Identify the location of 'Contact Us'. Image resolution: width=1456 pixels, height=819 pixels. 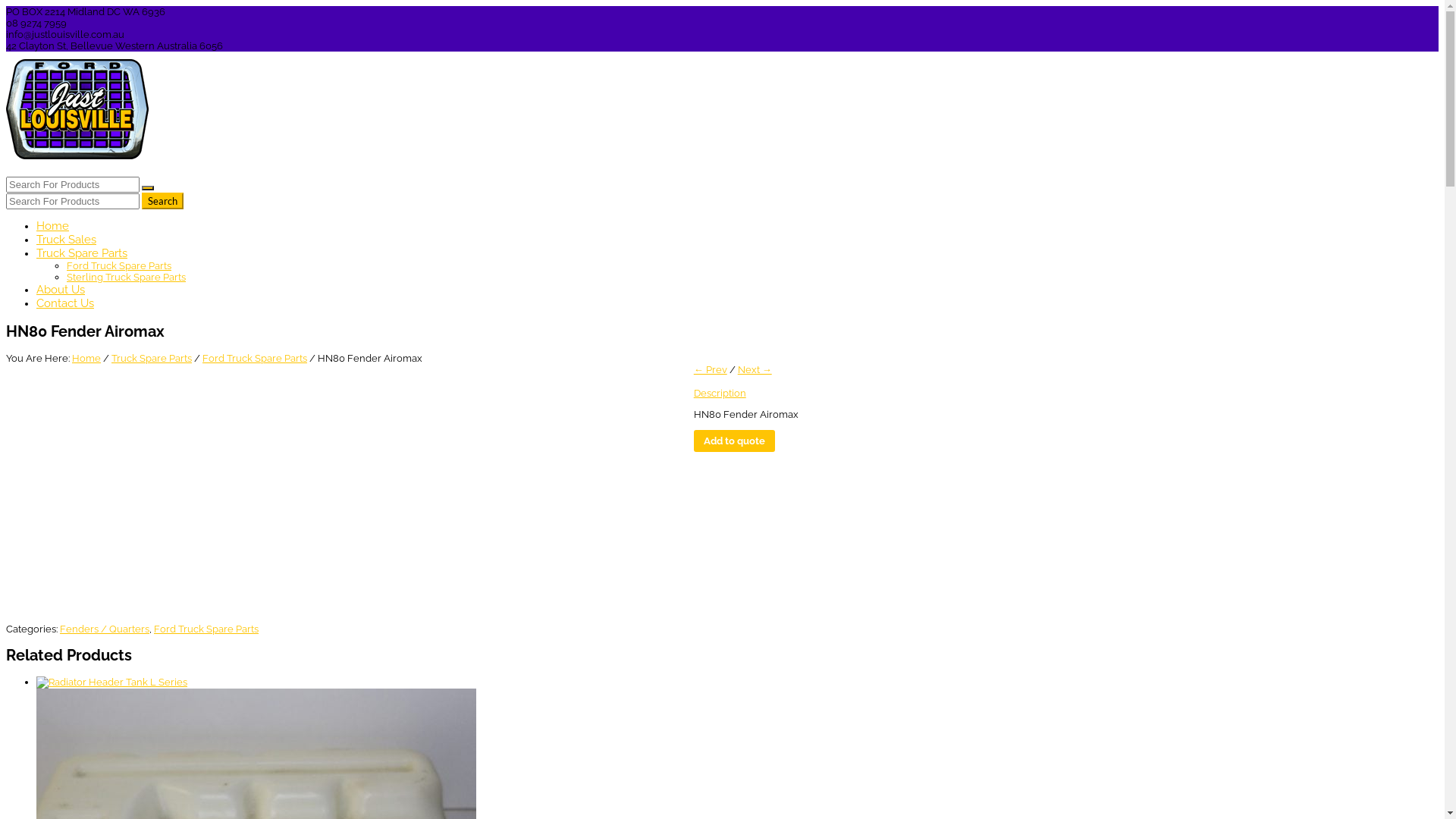
(64, 303).